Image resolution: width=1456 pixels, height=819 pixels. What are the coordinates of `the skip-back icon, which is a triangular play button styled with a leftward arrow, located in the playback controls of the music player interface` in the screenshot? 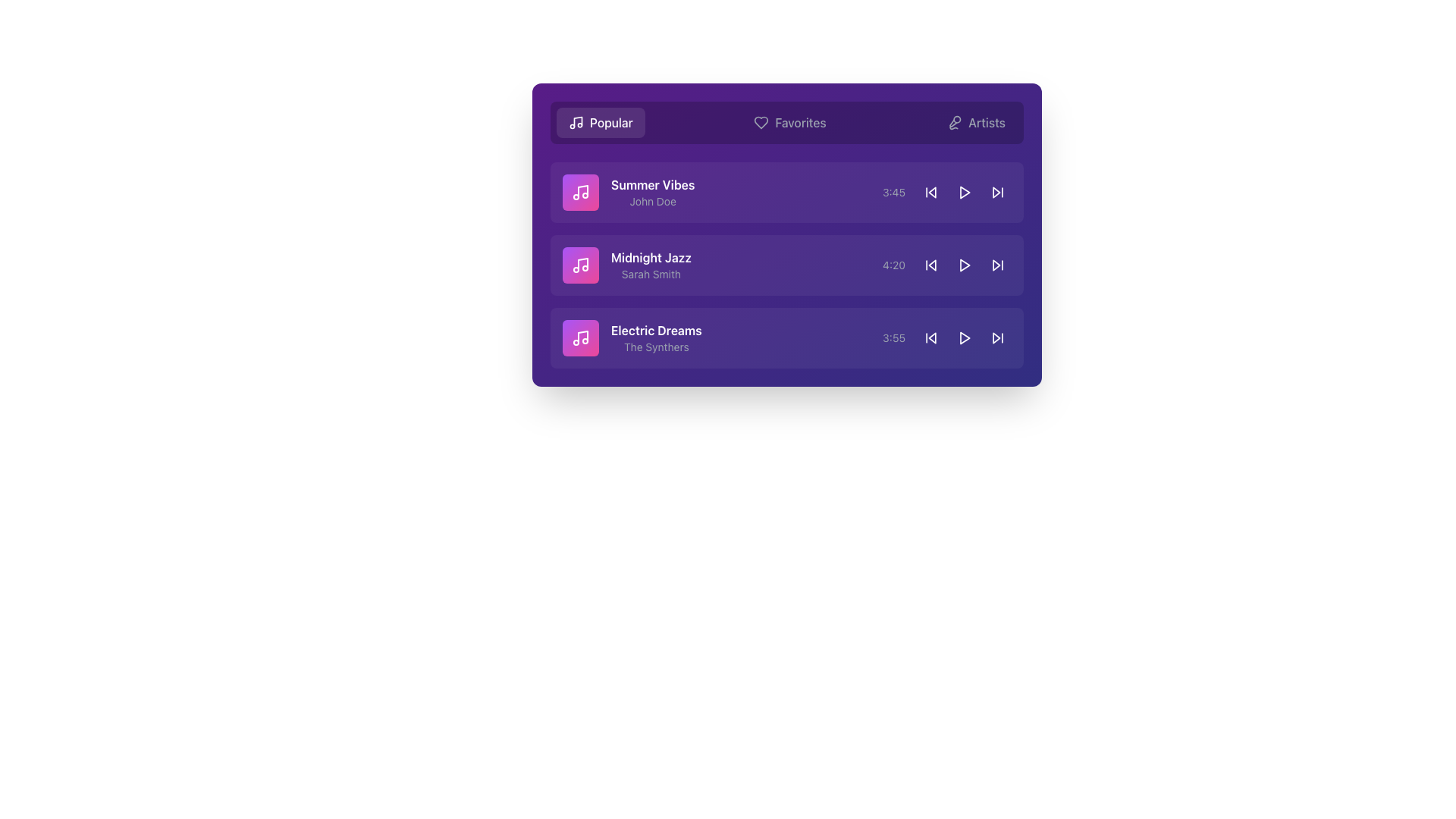 It's located at (931, 192).